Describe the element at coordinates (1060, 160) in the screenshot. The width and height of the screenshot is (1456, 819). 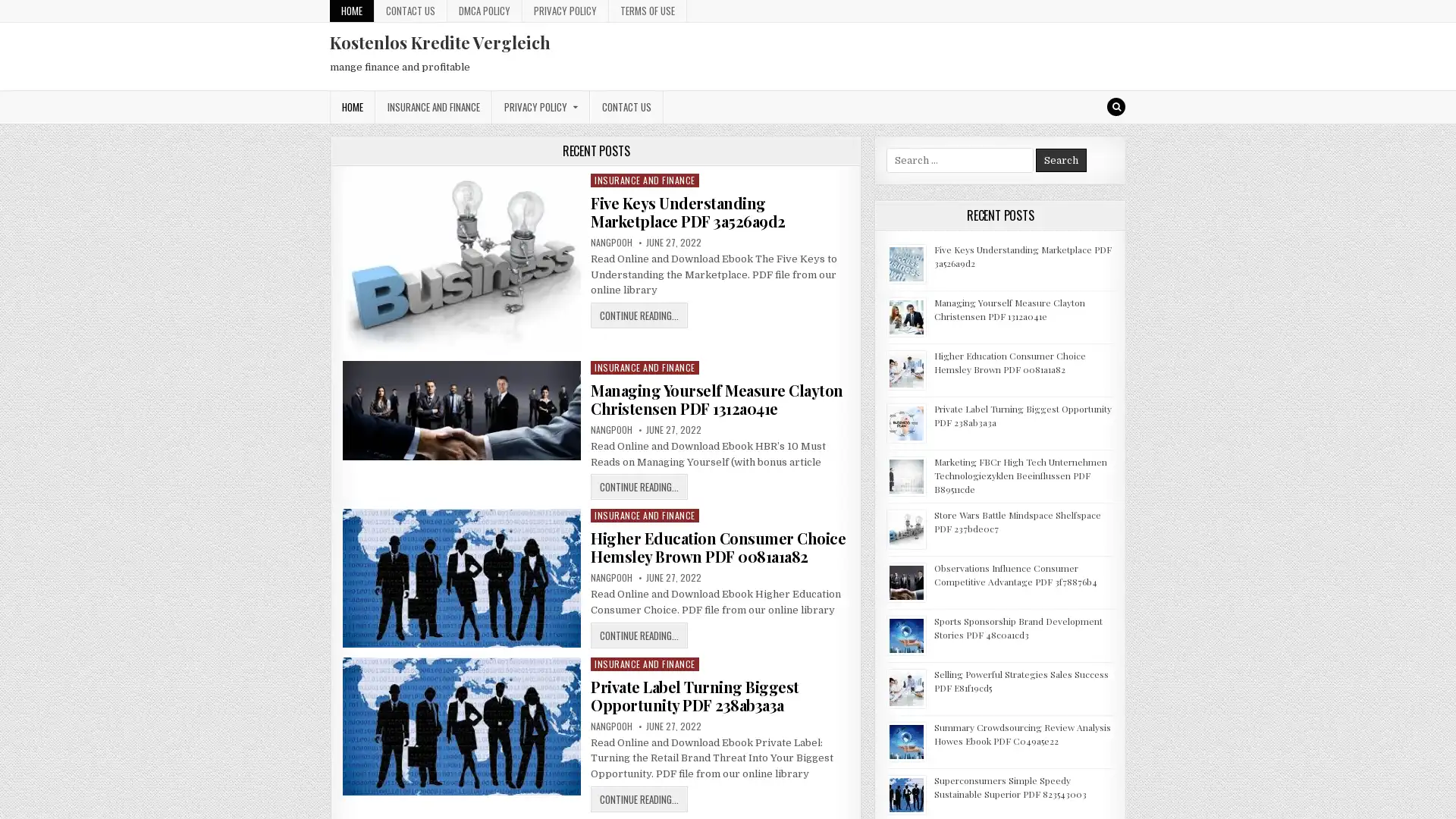
I see `Search` at that location.